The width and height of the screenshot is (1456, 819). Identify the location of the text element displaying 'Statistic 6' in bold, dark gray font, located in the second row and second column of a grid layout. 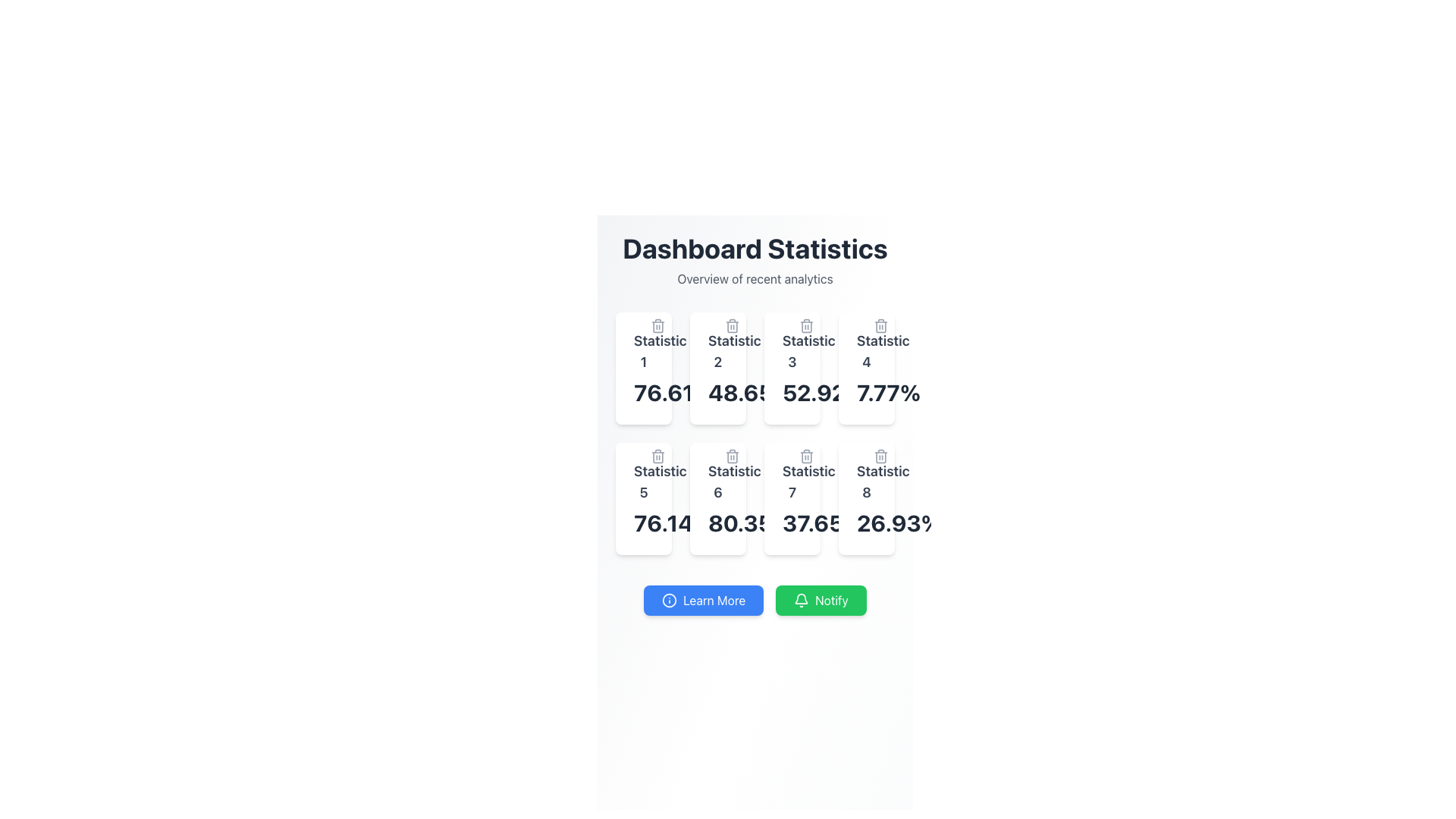
(717, 482).